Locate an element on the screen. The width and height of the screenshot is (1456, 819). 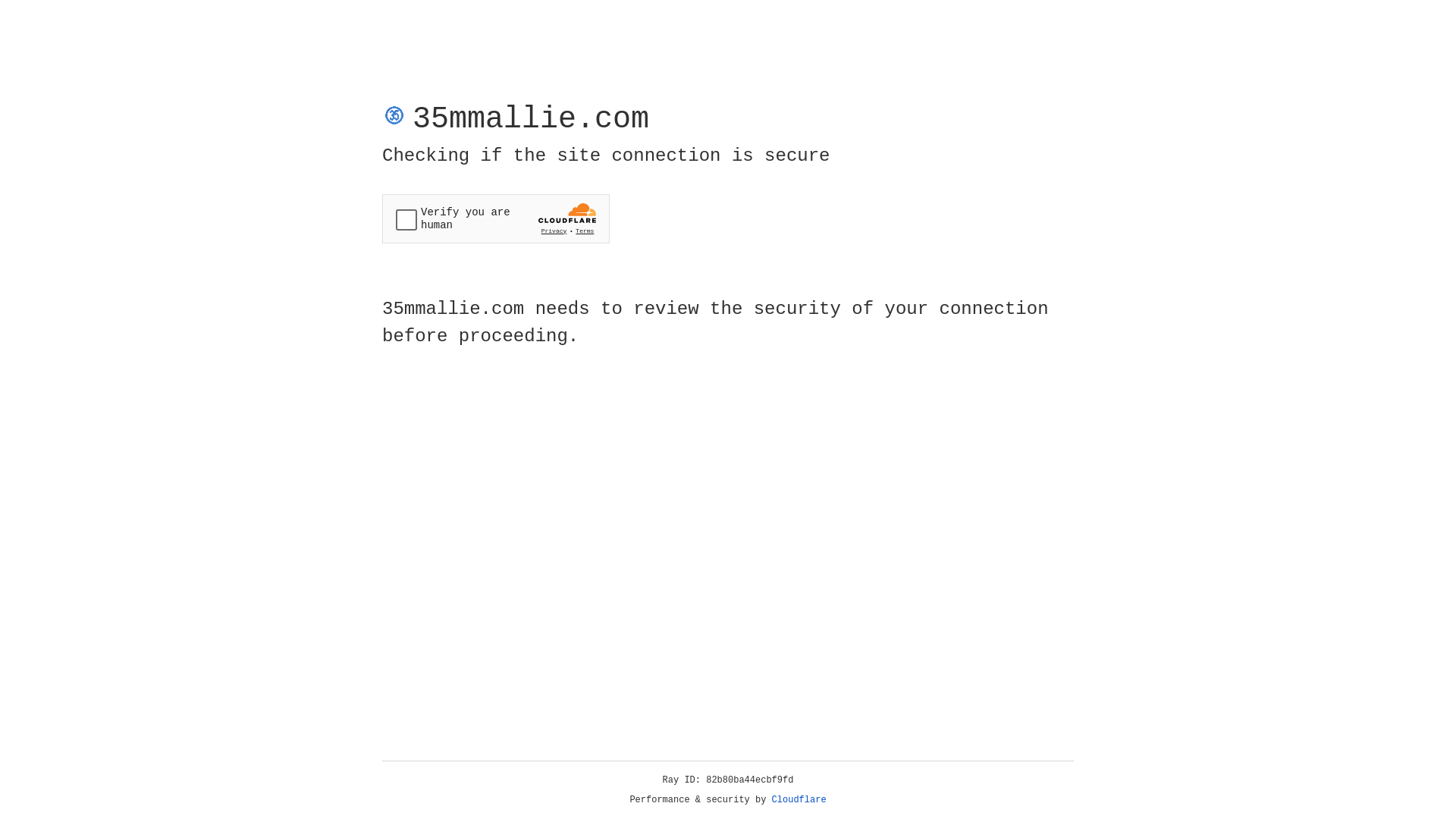
'Cloudflare' is located at coordinates (799, 799).